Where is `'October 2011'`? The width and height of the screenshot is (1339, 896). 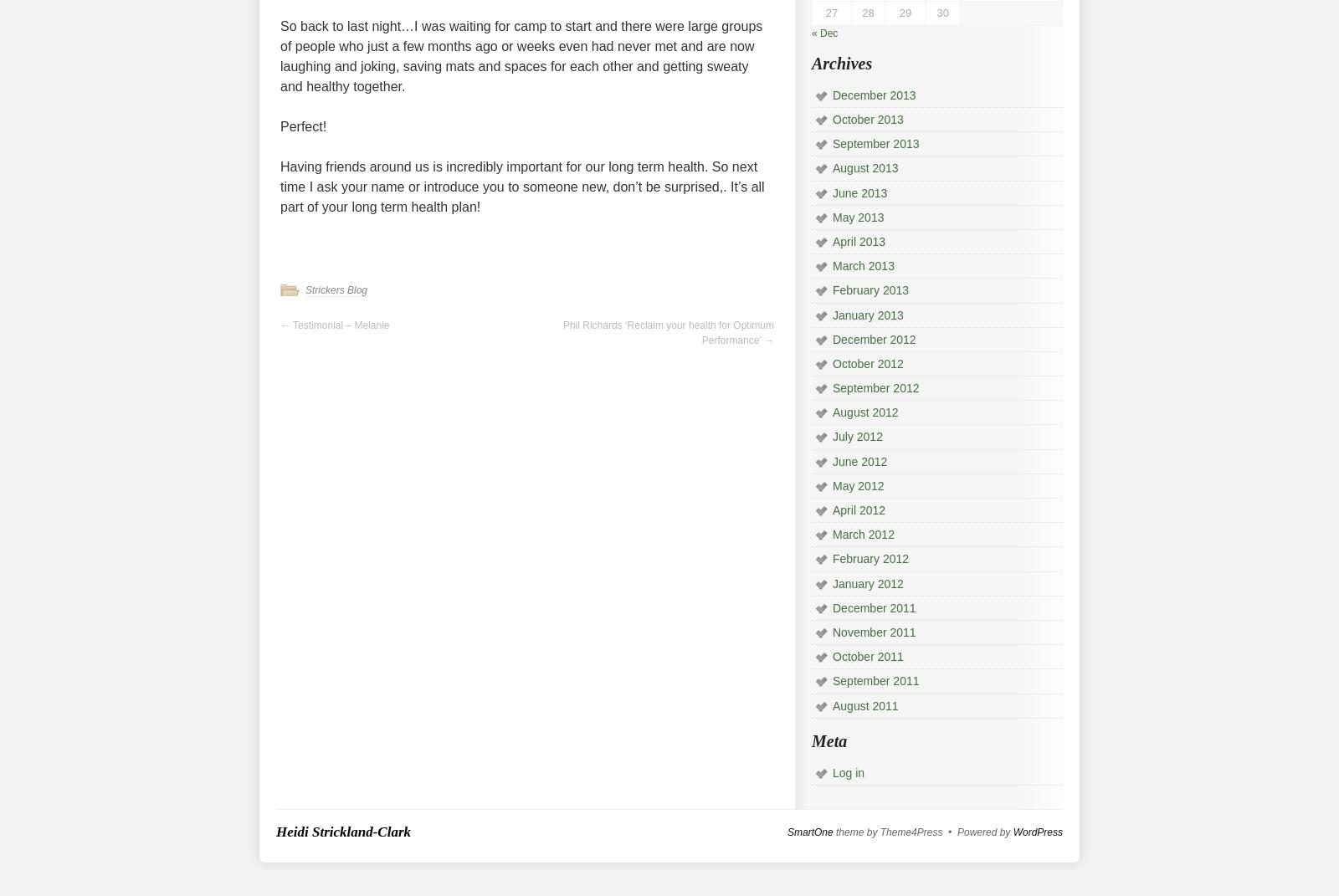
'October 2011' is located at coordinates (867, 656).